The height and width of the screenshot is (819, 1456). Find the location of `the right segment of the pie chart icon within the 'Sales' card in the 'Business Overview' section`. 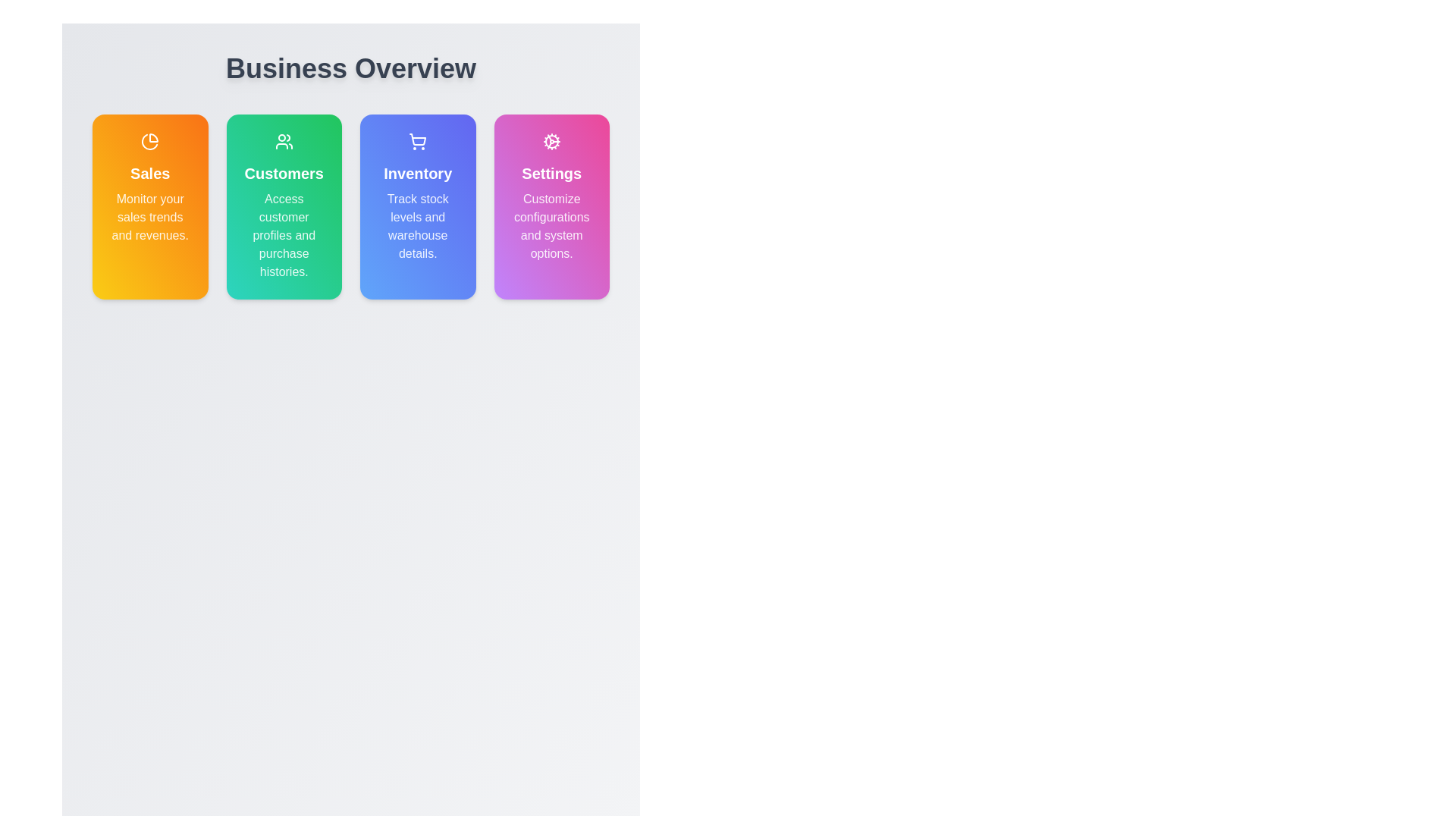

the right segment of the pie chart icon within the 'Sales' card in the 'Business Overview' section is located at coordinates (154, 137).